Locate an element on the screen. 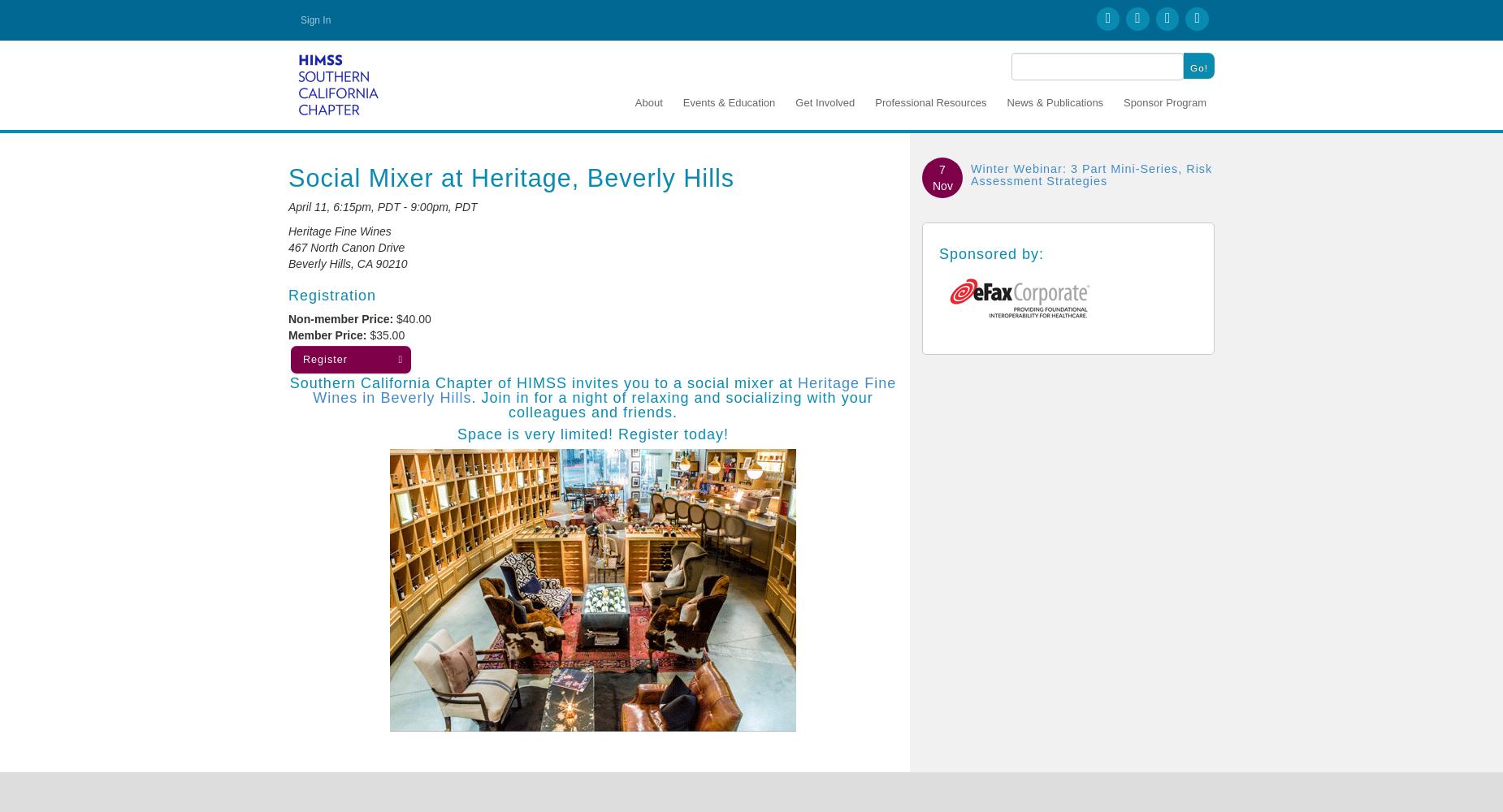 The image size is (1503, 812). 'Get Involved' is located at coordinates (824, 101).